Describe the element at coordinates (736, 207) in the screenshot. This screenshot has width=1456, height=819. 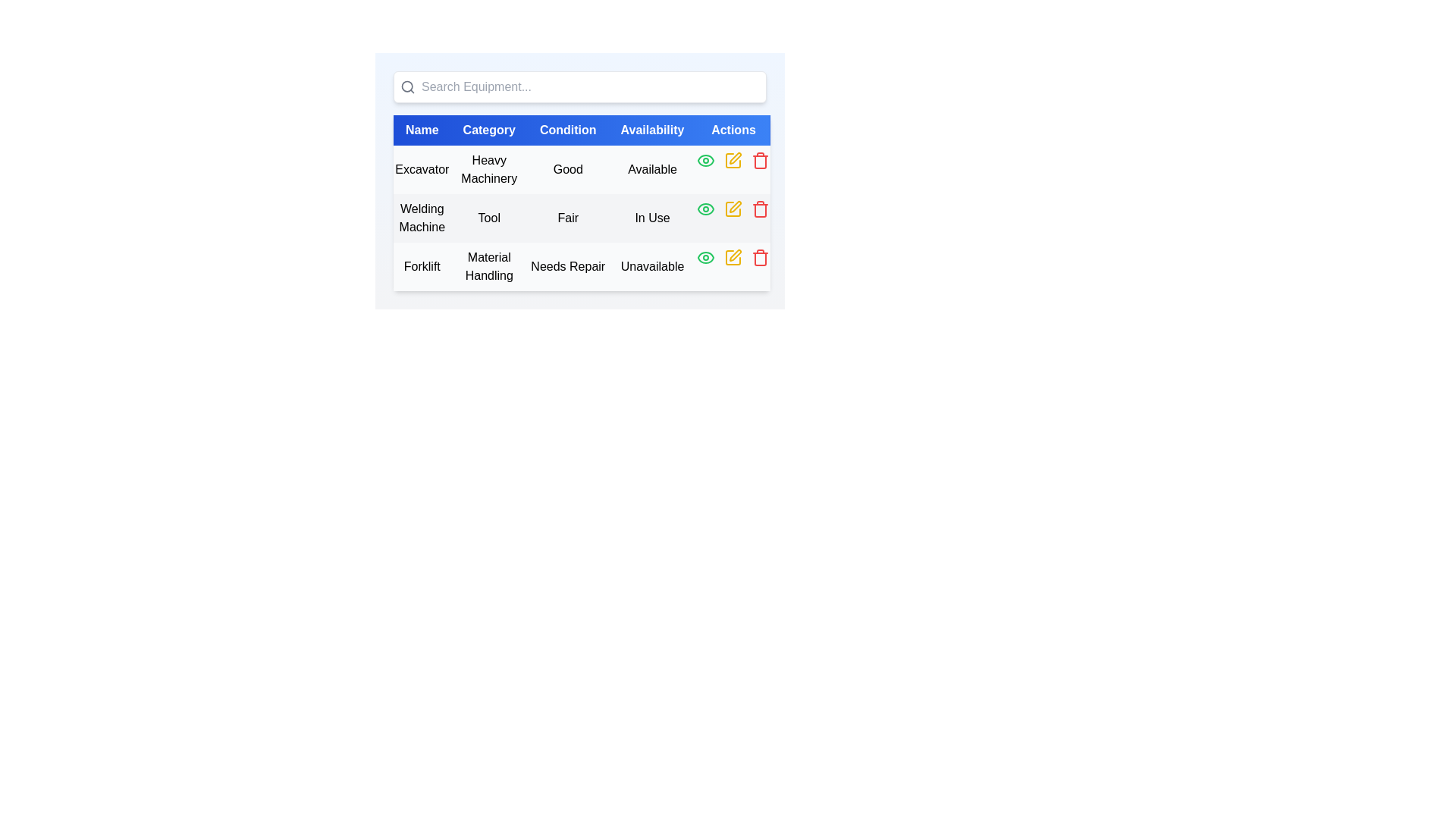
I see `the yellow pen icon in the Actions column of the second row for the Welding Machine entry` at that location.